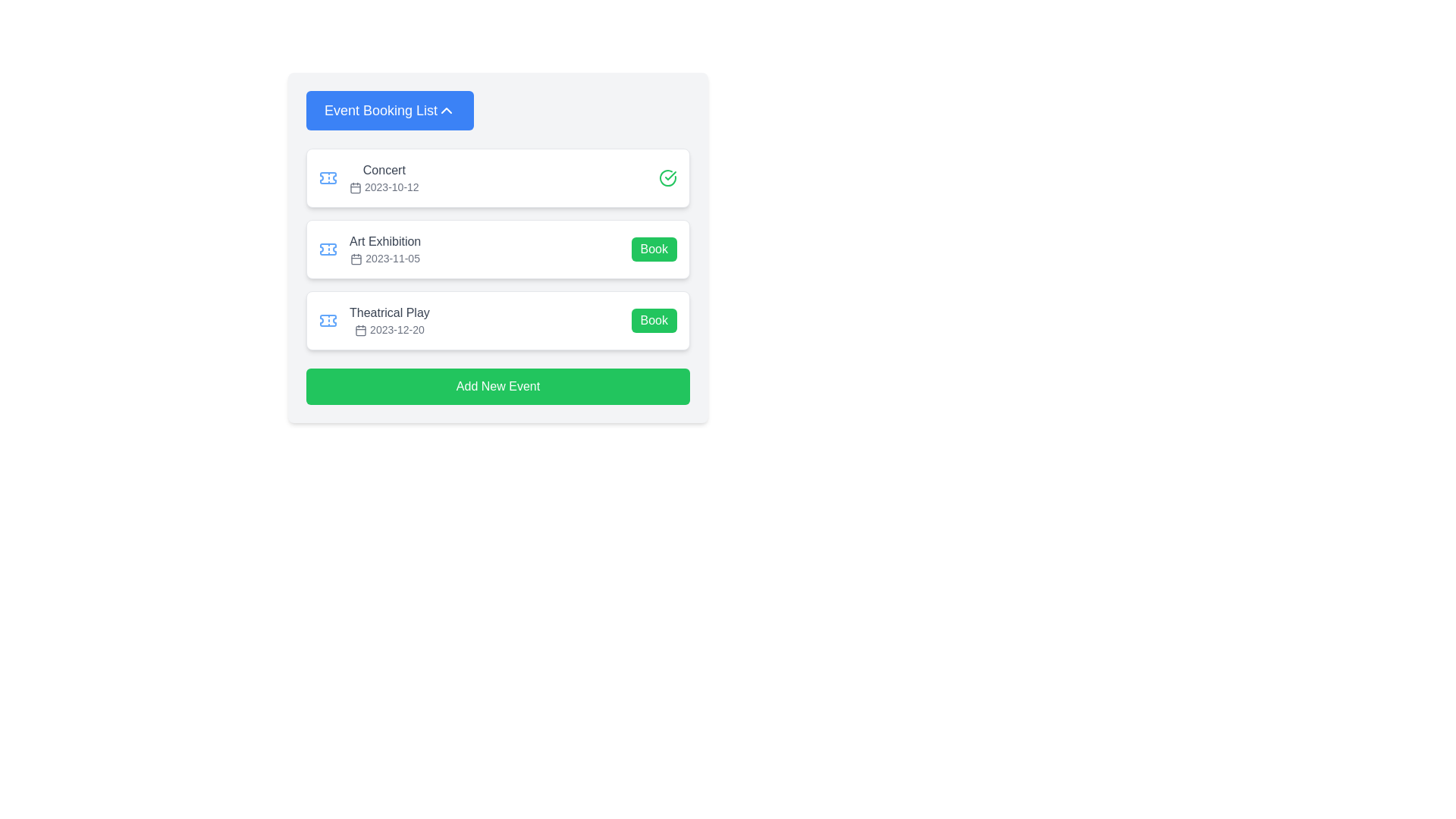 The image size is (1456, 819). What do you see at coordinates (384, 177) in the screenshot?
I see `the first list item entry titled 'Concert'` at bounding box center [384, 177].